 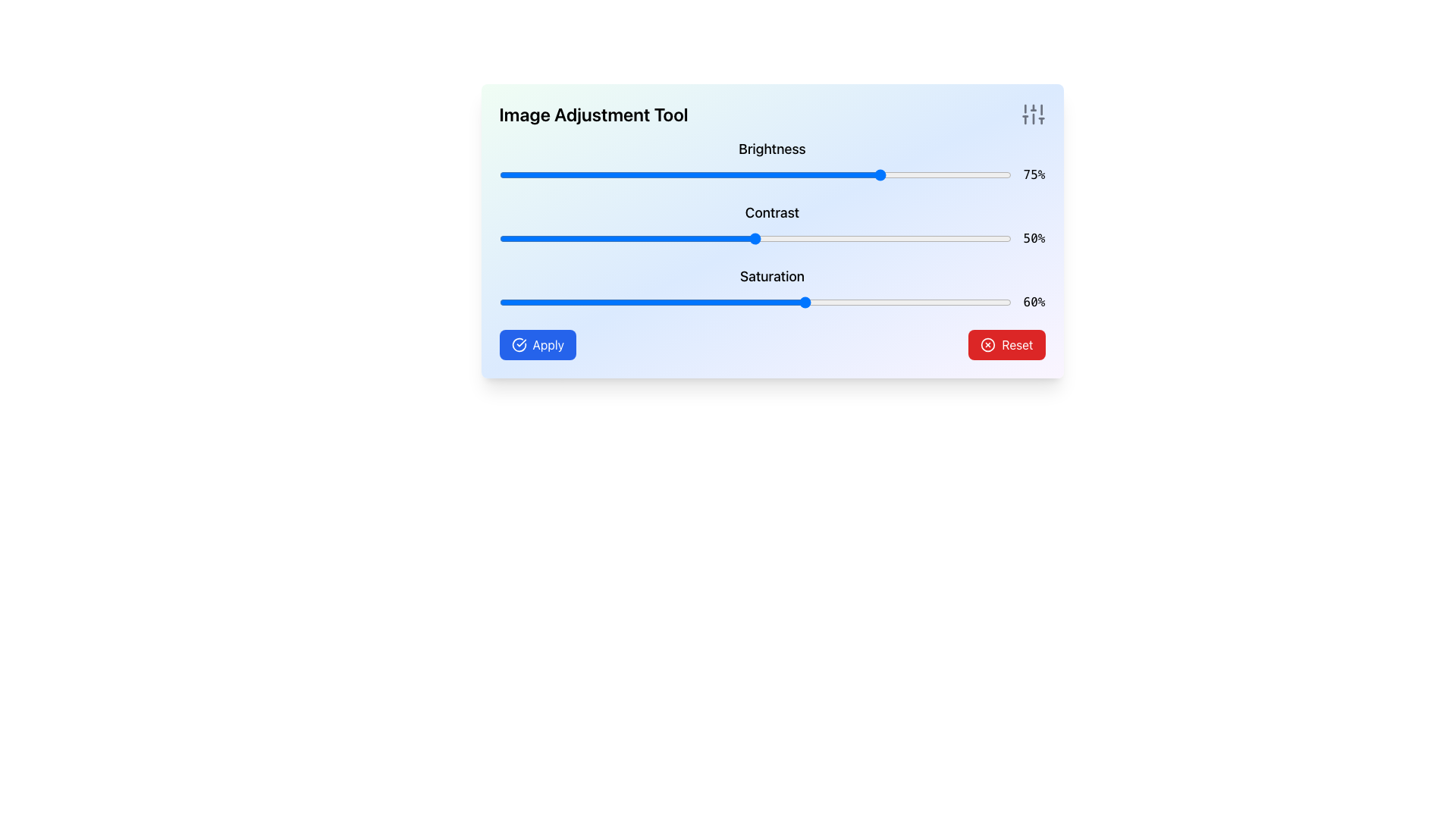 What do you see at coordinates (698, 239) in the screenshot?
I see `contrast` at bounding box center [698, 239].